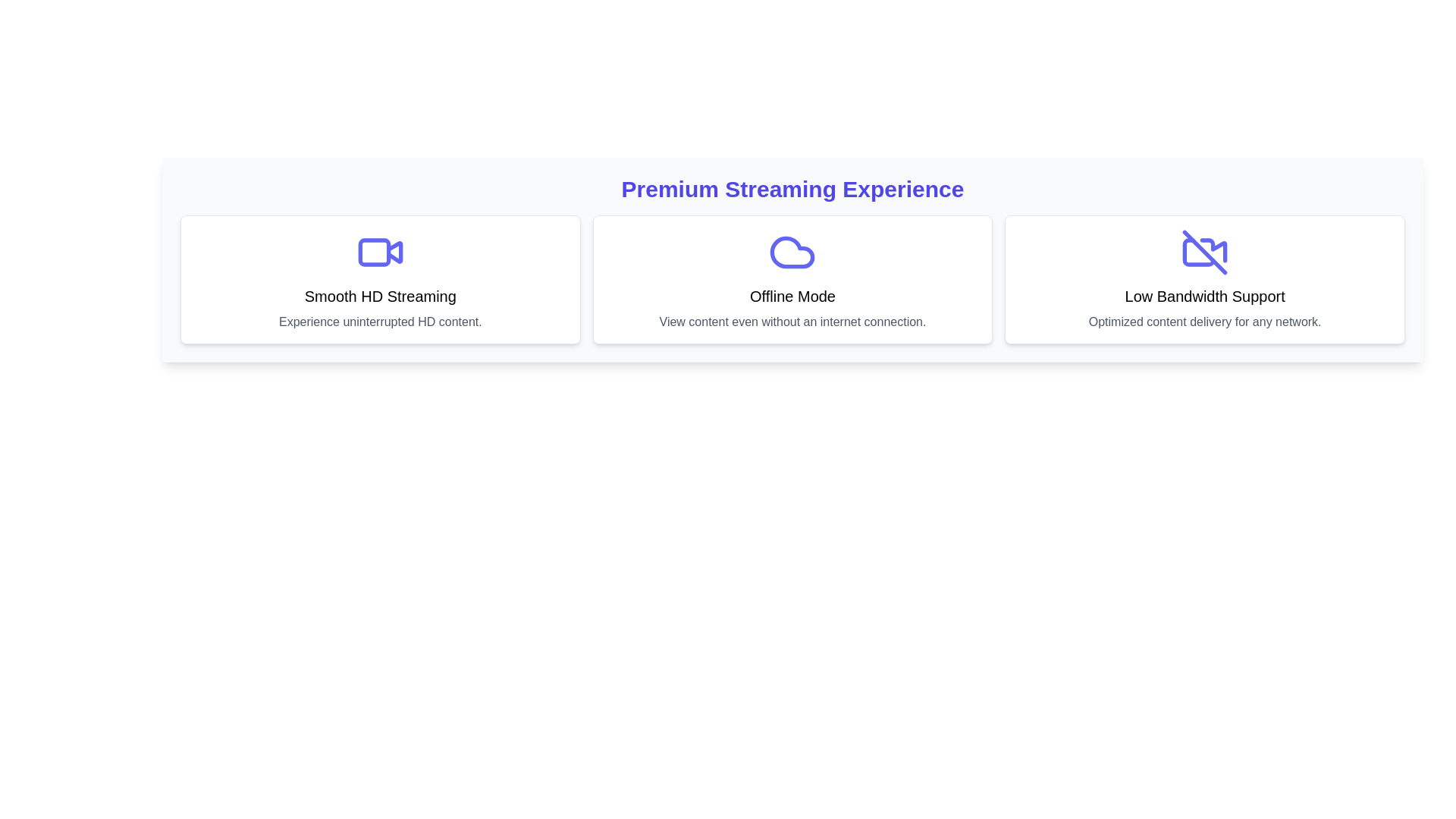 This screenshot has height=819, width=1456. Describe the element at coordinates (792, 321) in the screenshot. I see `the text element styled in gray that reads 'View content even without an internet connection.' positioned below the title 'Offline Mode'` at that location.